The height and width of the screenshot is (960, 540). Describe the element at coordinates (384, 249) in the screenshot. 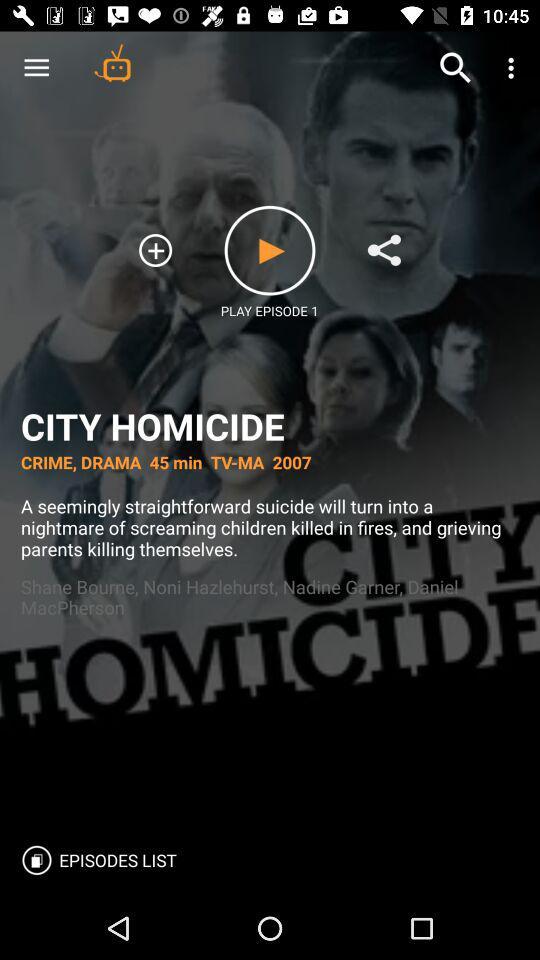

I see `the icon above city homicide icon` at that location.